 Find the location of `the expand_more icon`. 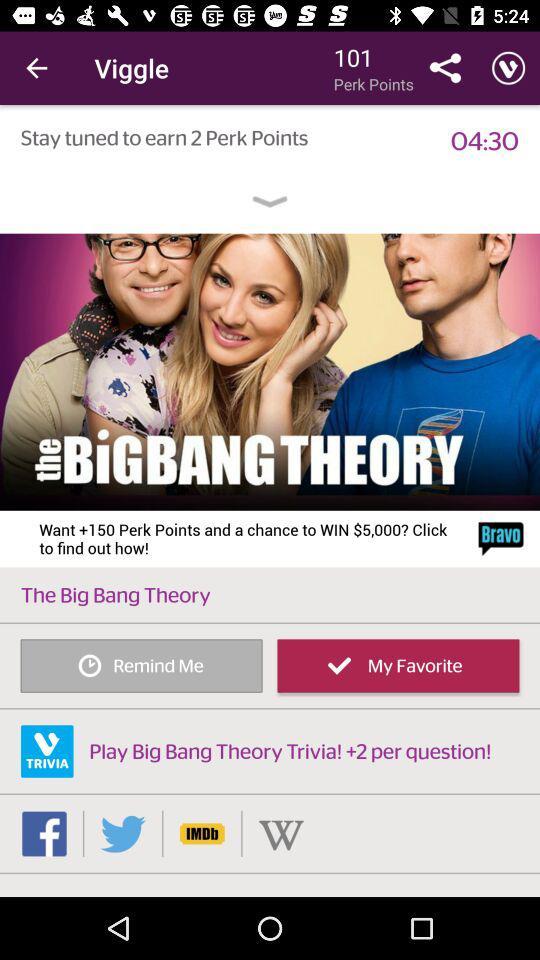

the expand_more icon is located at coordinates (270, 202).